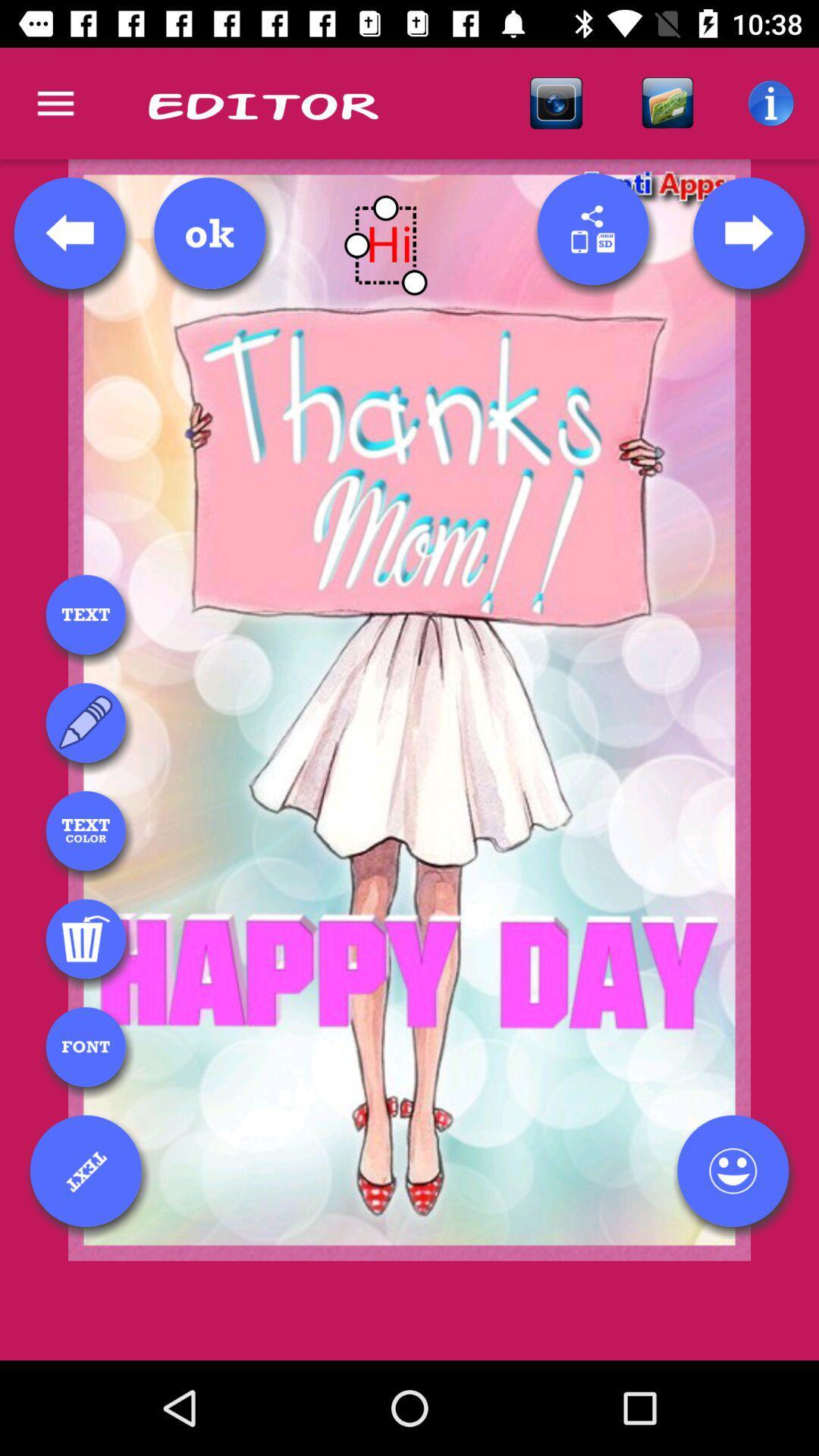  What do you see at coordinates (55, 102) in the screenshot?
I see `the icon to the left of editor` at bounding box center [55, 102].